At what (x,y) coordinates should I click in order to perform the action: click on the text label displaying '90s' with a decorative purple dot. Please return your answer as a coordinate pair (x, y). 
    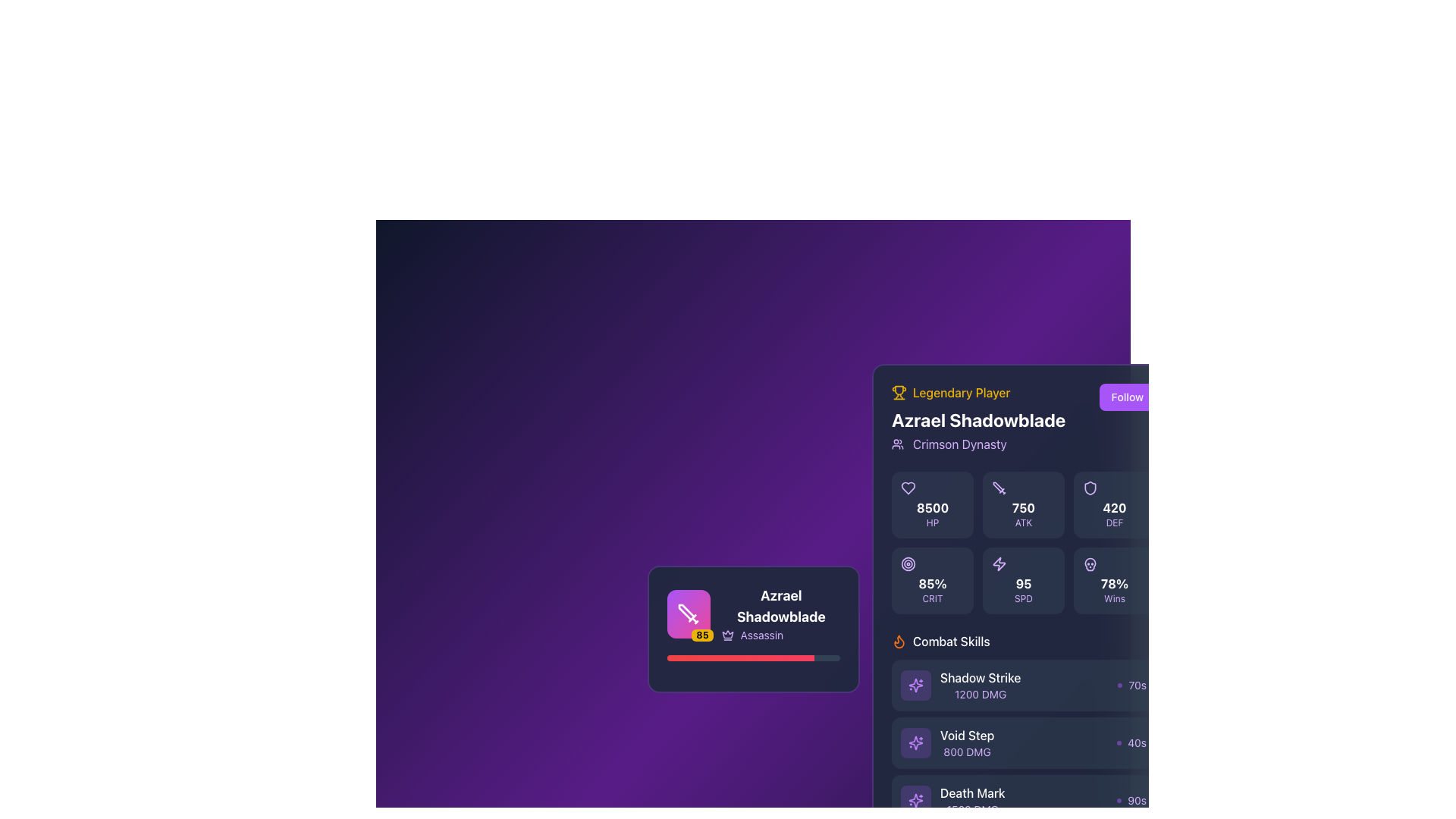
    Looking at the image, I should click on (1131, 800).